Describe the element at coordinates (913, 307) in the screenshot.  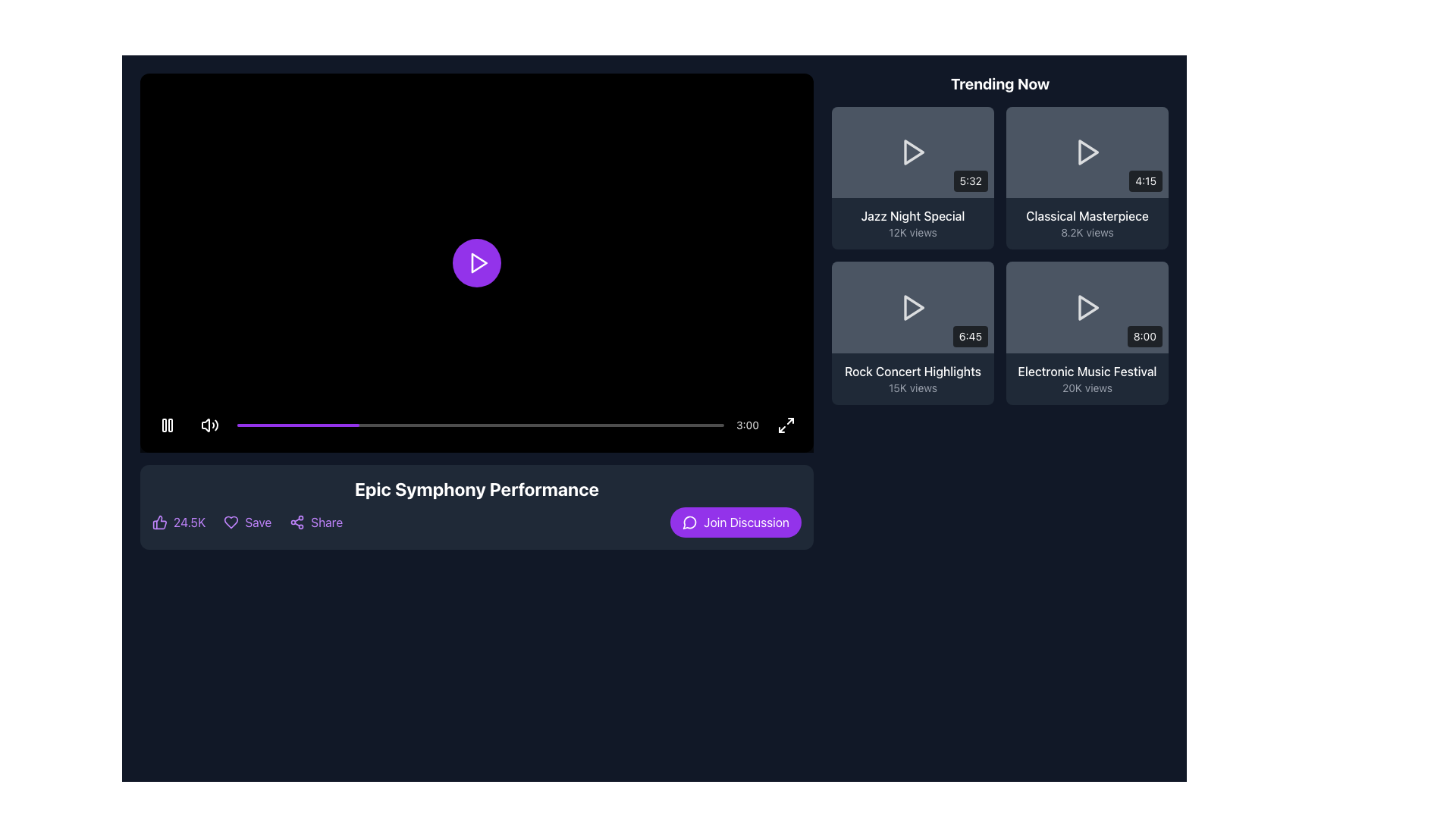
I see `the right-facing triangular play icon button in the thumbnail for the 'Rock Concert Highlights' video located in the 'Trending Now' section` at that location.